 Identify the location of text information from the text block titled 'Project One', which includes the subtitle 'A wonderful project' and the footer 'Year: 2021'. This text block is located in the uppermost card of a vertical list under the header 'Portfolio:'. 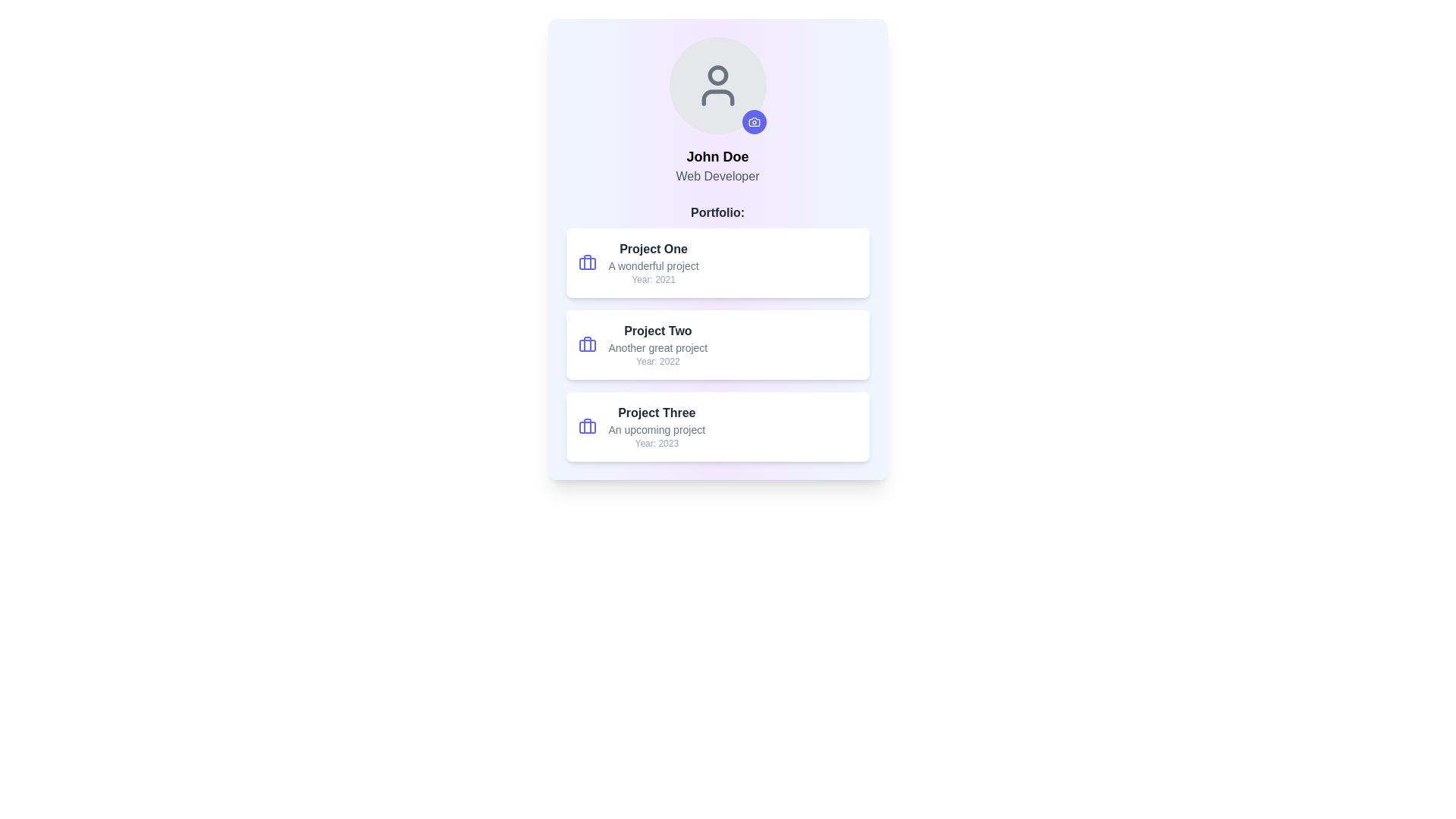
(654, 262).